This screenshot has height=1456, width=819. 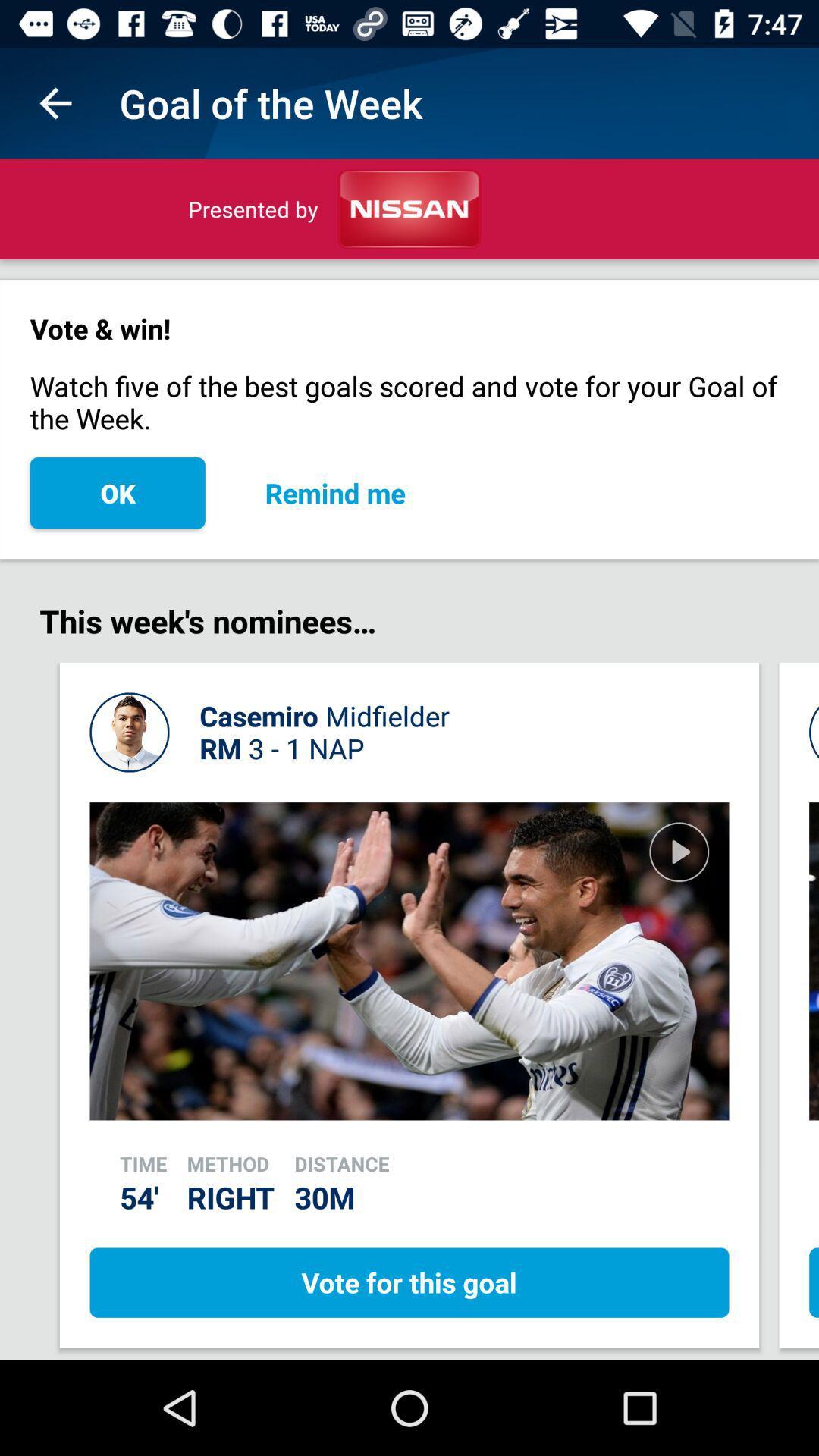 What do you see at coordinates (55, 102) in the screenshot?
I see `app to the left of the goal of the` at bounding box center [55, 102].